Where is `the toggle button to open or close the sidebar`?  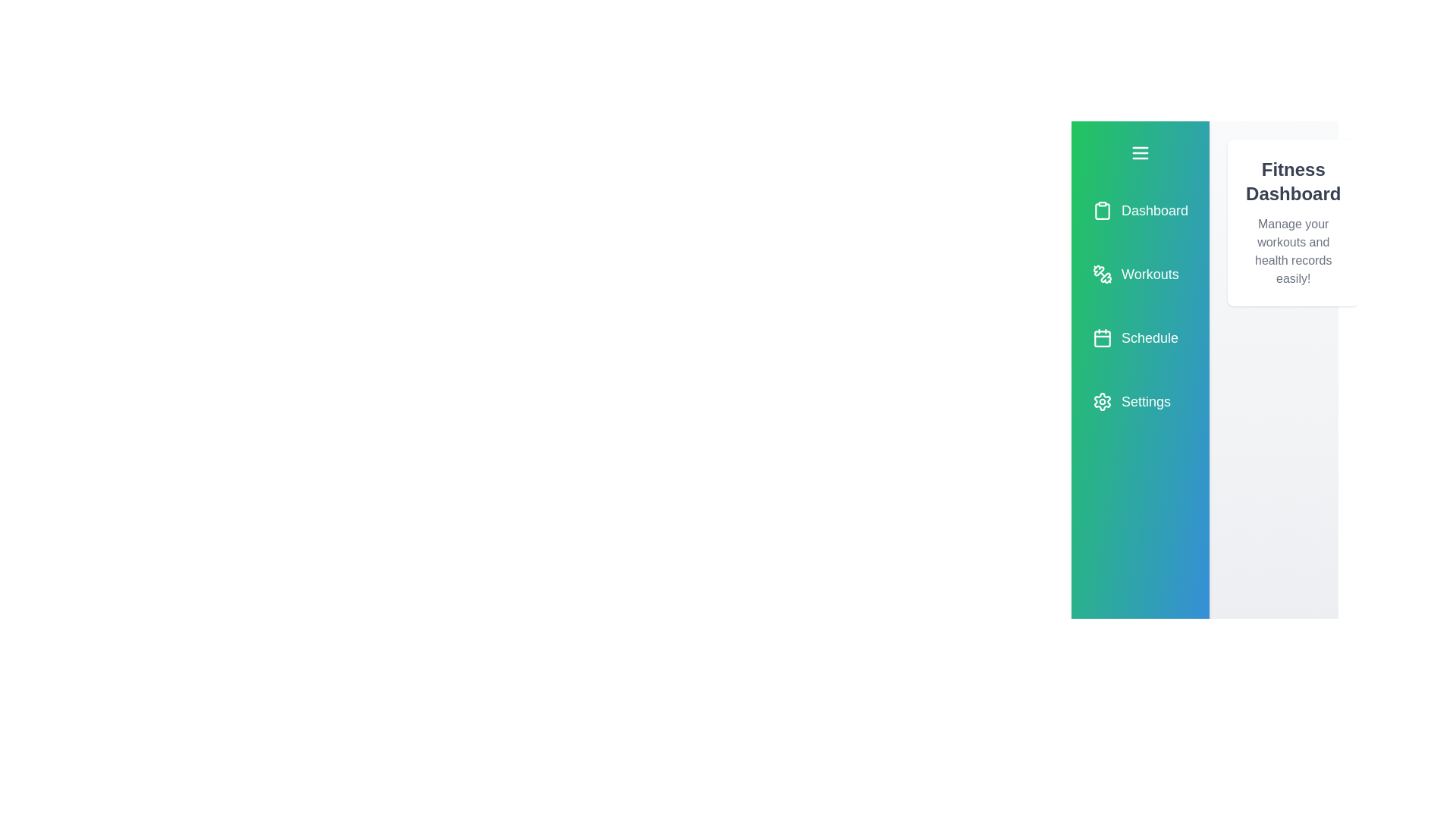 the toggle button to open or close the sidebar is located at coordinates (1140, 152).